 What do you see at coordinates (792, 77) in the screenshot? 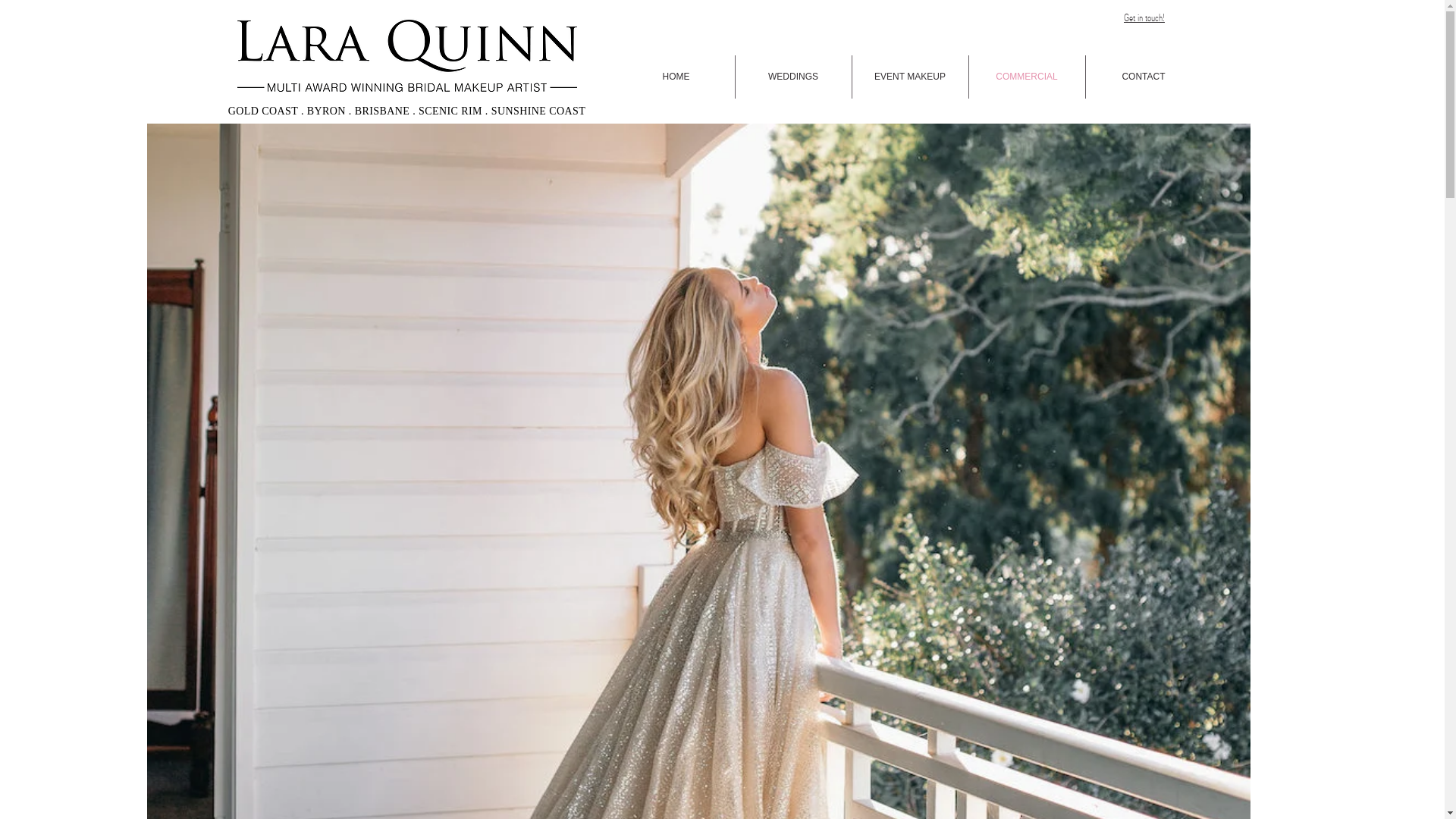
I see `'WEDDINGS'` at bounding box center [792, 77].